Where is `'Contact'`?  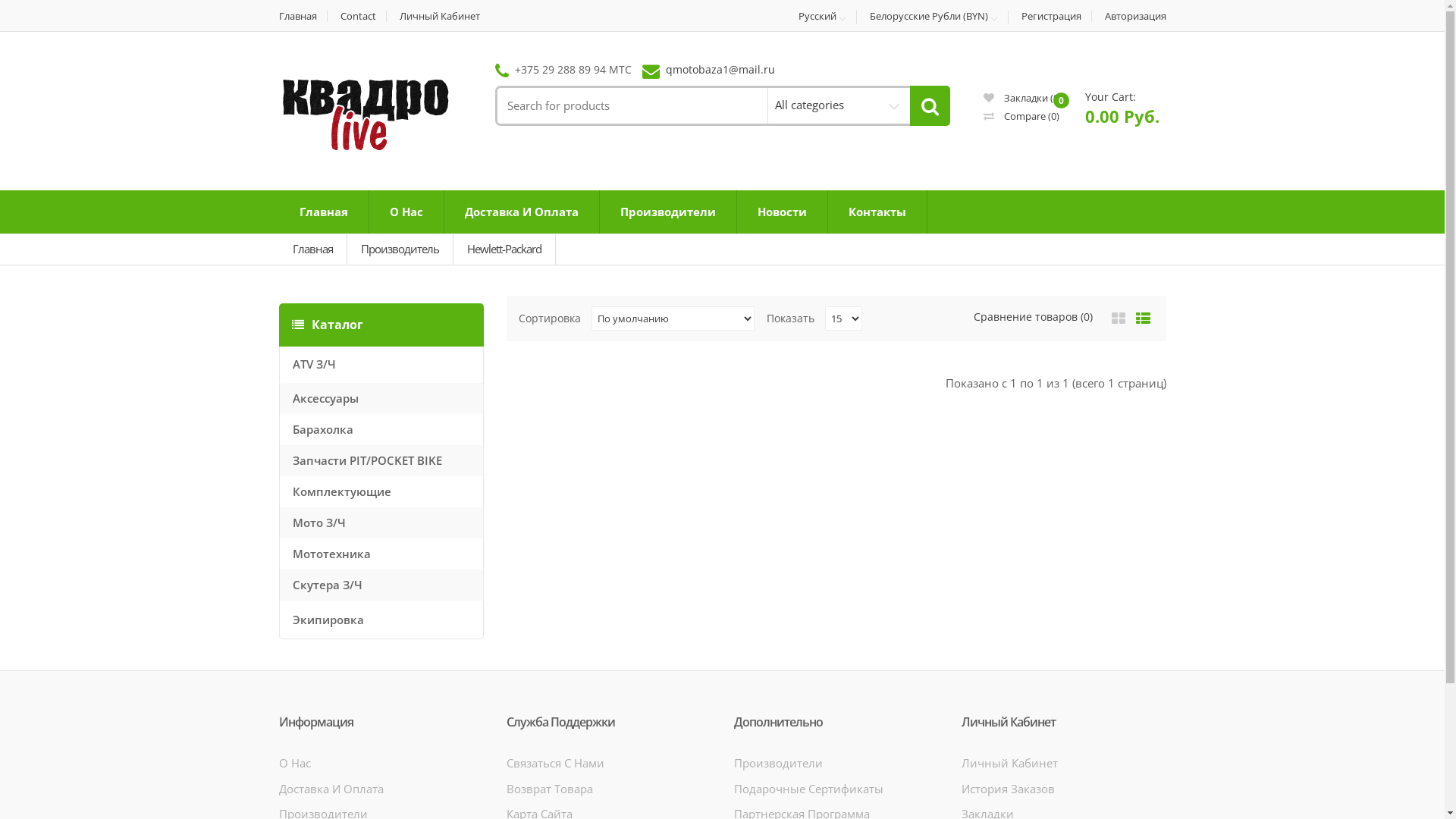 'Contact' is located at coordinates (358, 16).